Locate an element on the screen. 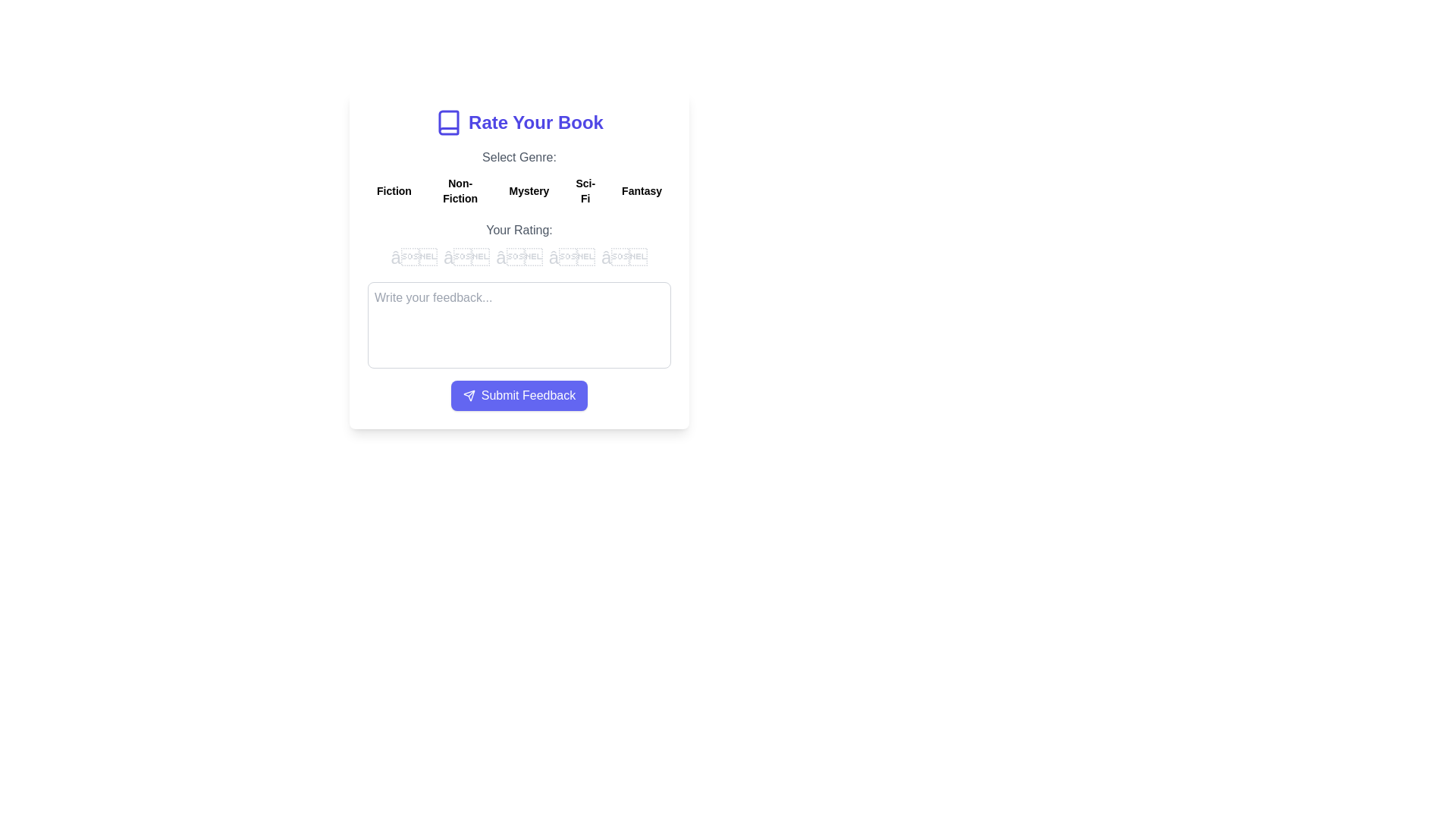 Image resolution: width=1456 pixels, height=819 pixels. the text label displaying 'Your Rating:' which is styled with a gray font color and is positioned above the star rating icons is located at coordinates (519, 231).